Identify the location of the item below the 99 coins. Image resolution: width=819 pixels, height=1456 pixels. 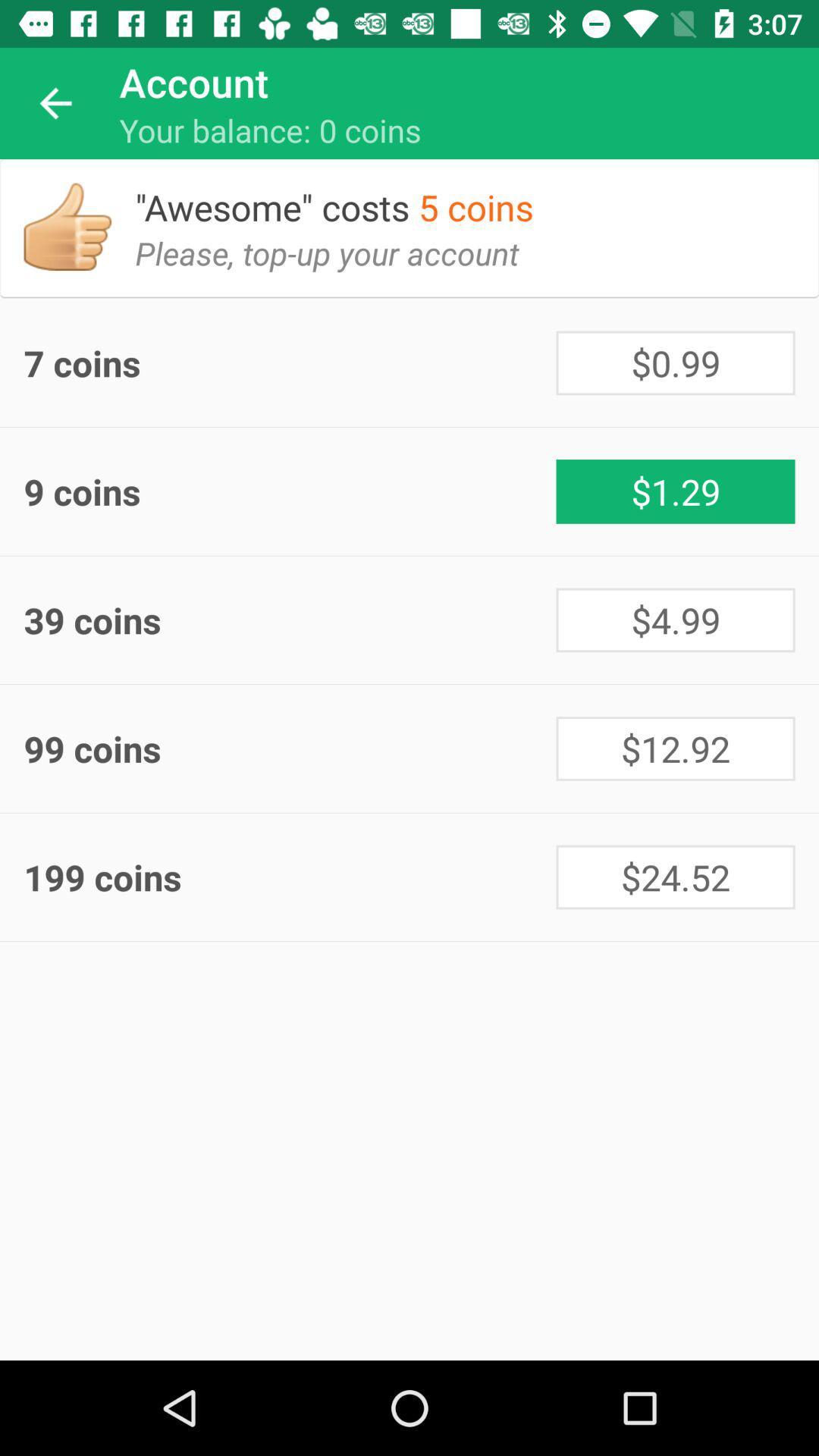
(675, 877).